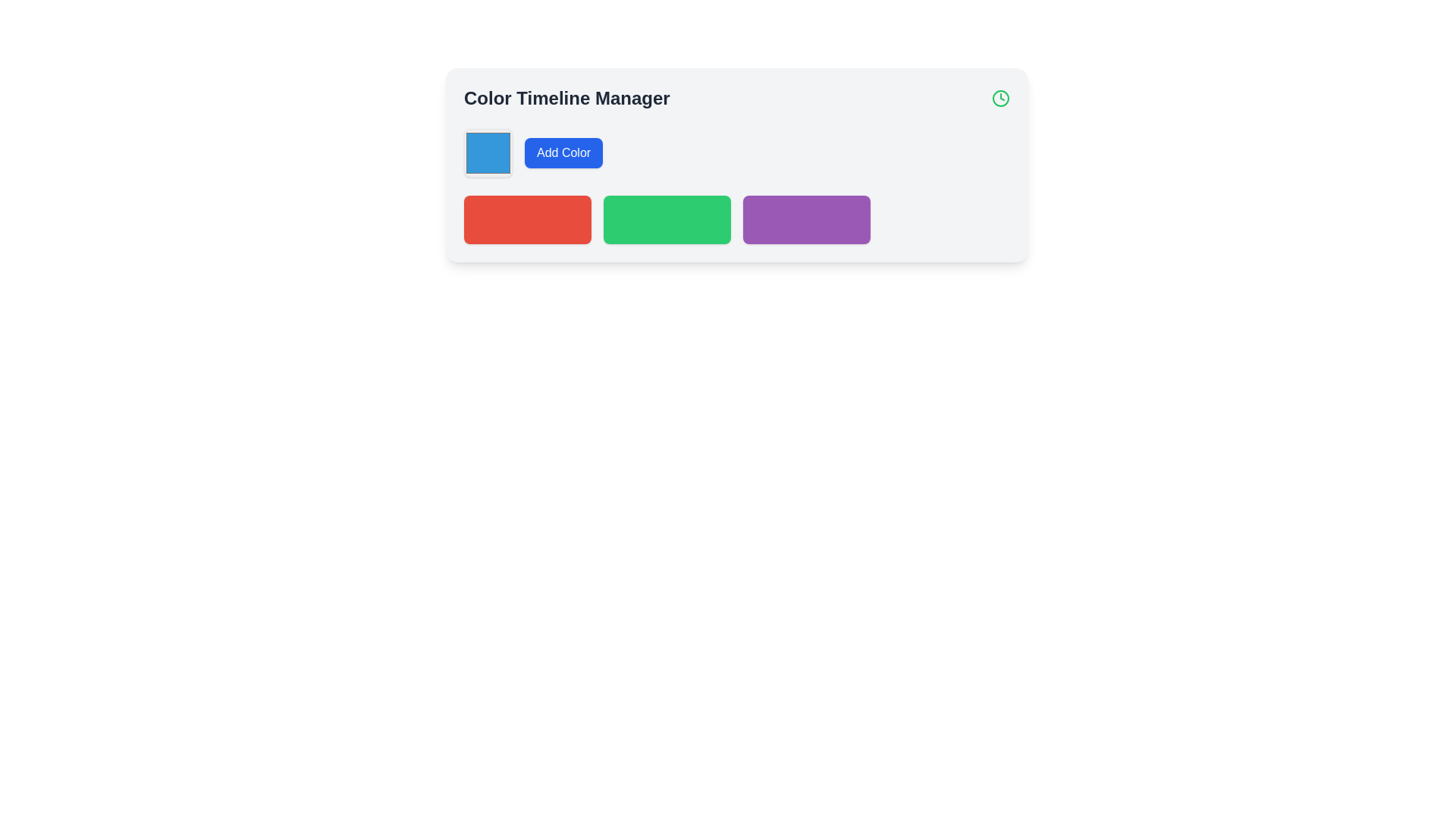 The width and height of the screenshot is (1456, 819). What do you see at coordinates (1001, 99) in the screenshot?
I see `the green clock icon located at the top right corner of the 'Color Timeline Manager' group, next to the title text` at bounding box center [1001, 99].